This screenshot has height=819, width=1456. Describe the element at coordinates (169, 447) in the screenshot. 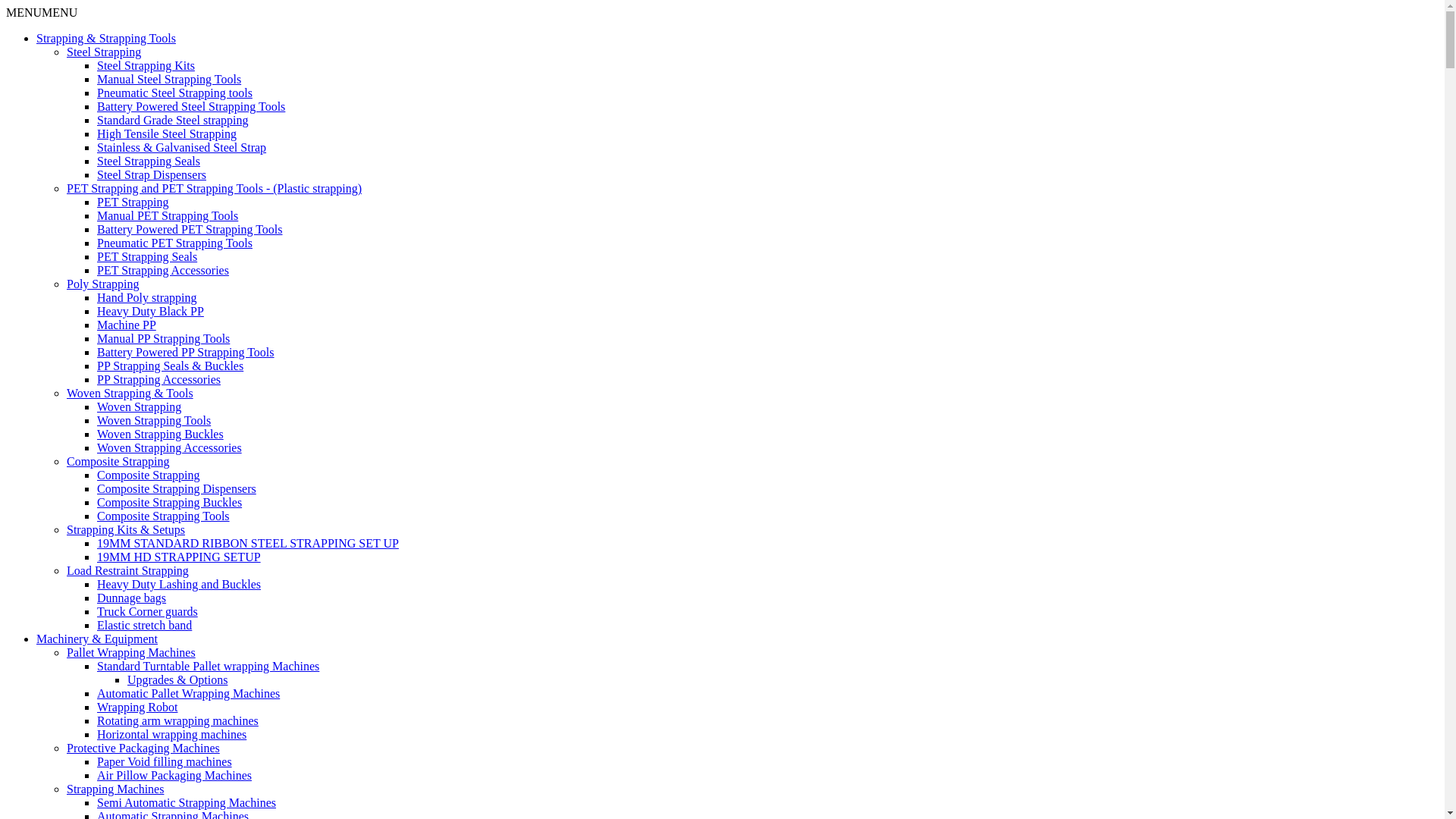

I see `'Woven Strapping Accessories'` at that location.